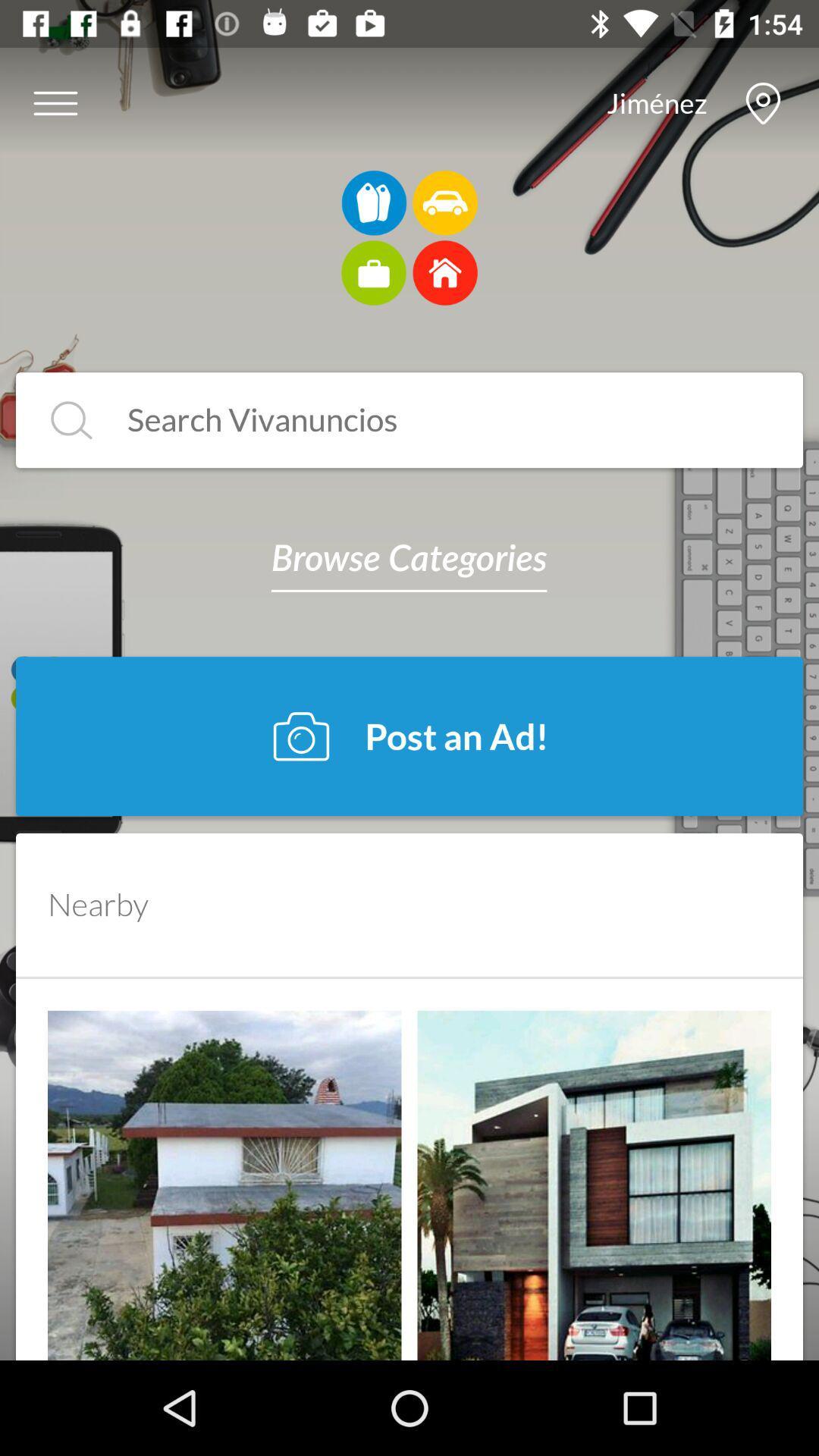 The height and width of the screenshot is (1456, 819). I want to click on search button, so click(71, 420).